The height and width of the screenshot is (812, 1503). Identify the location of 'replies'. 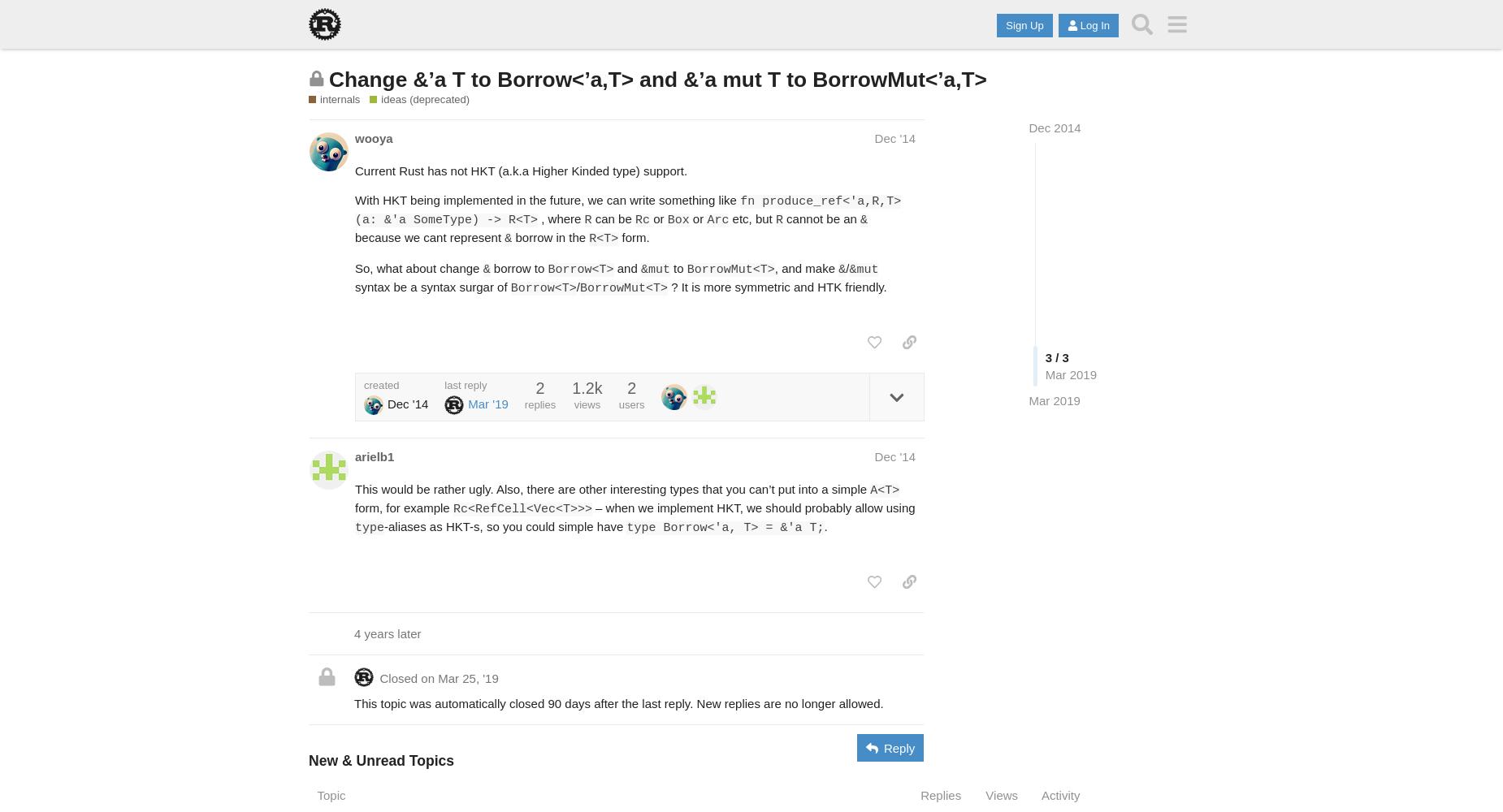
(523, 404).